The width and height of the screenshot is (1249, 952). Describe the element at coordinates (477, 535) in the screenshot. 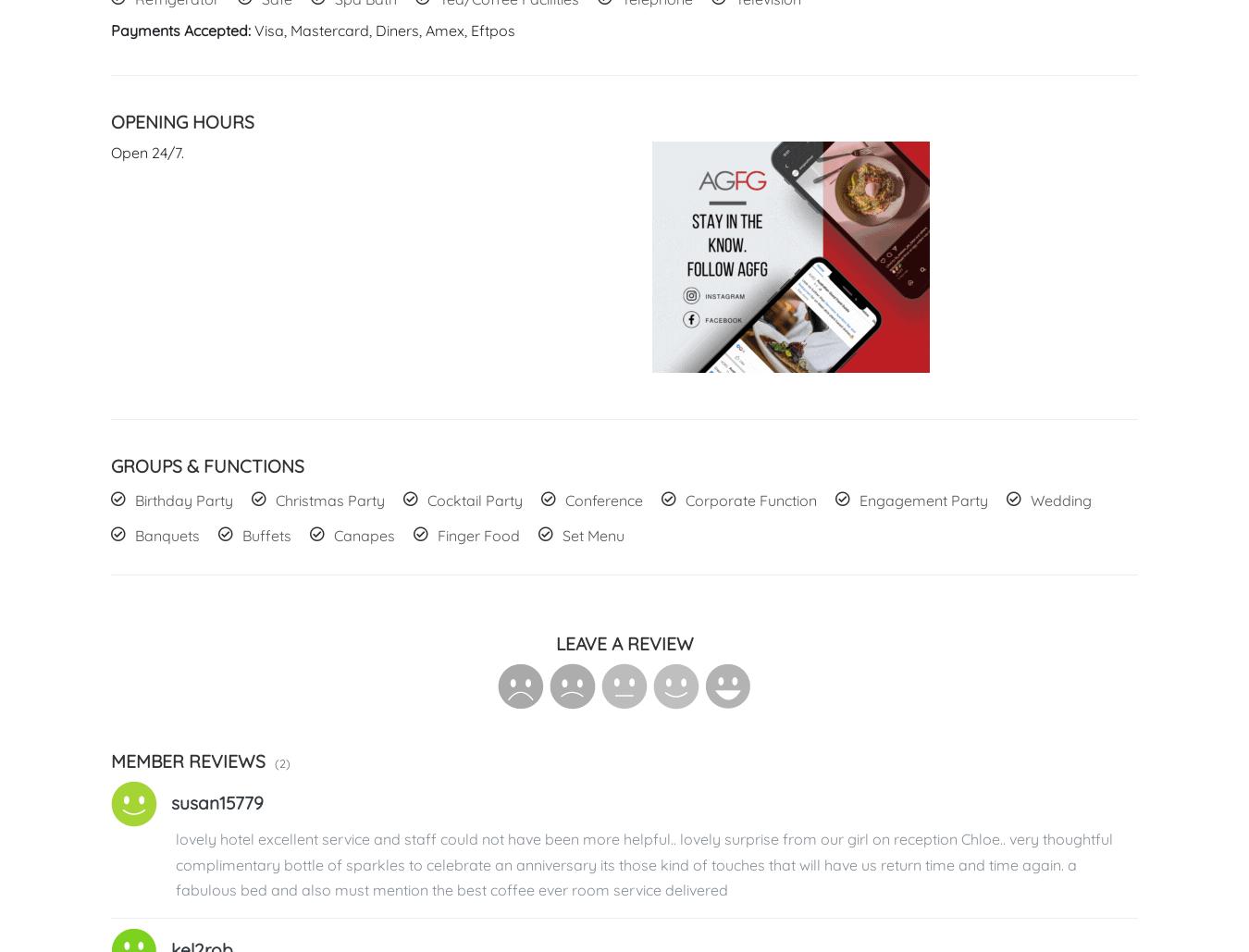

I see `'Finger Food'` at that location.